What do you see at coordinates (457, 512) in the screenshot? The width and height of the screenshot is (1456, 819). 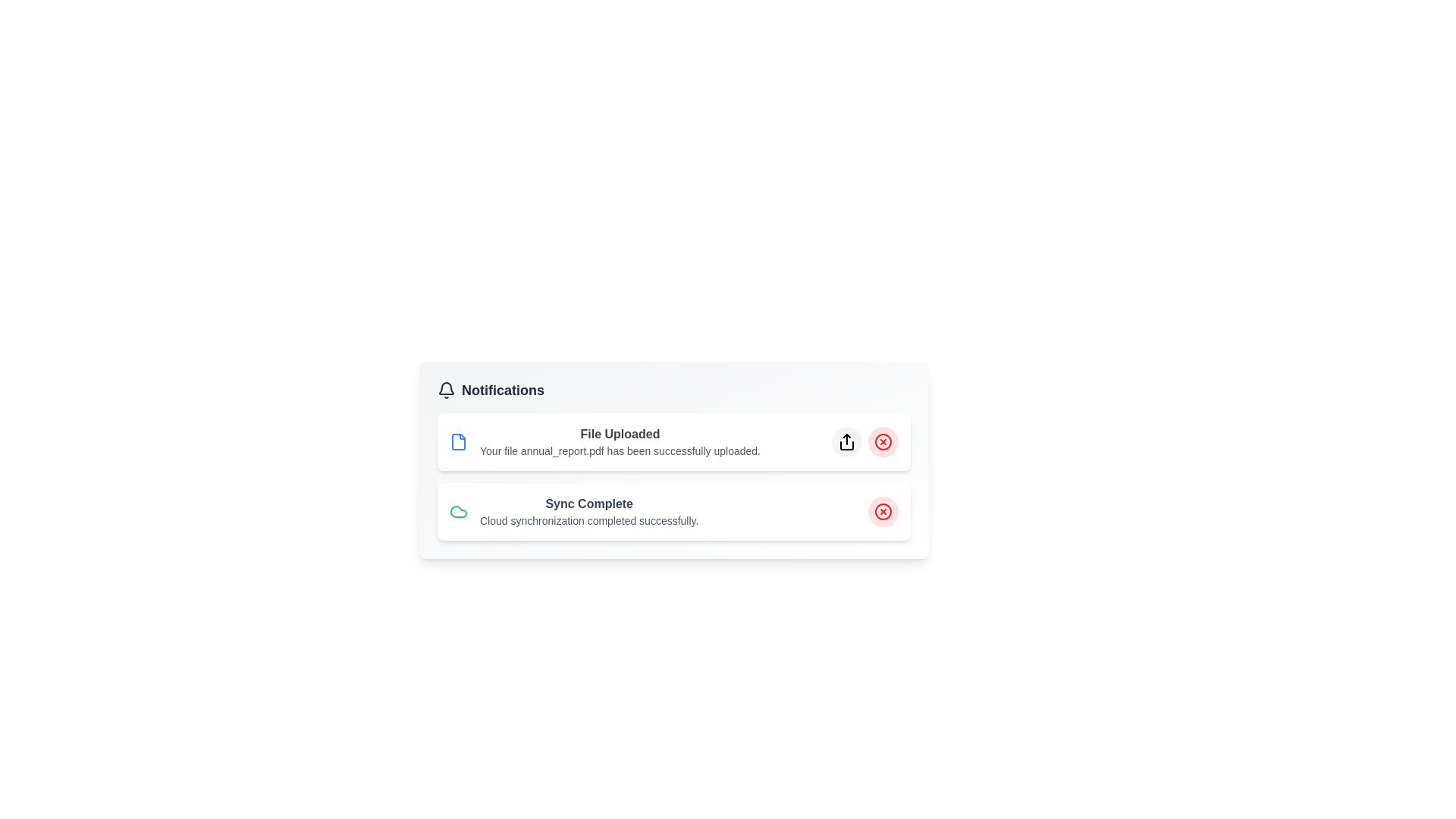 I see `the cloud icon in the 'Sync Complete' notification under the 'Notifications' section` at bounding box center [457, 512].